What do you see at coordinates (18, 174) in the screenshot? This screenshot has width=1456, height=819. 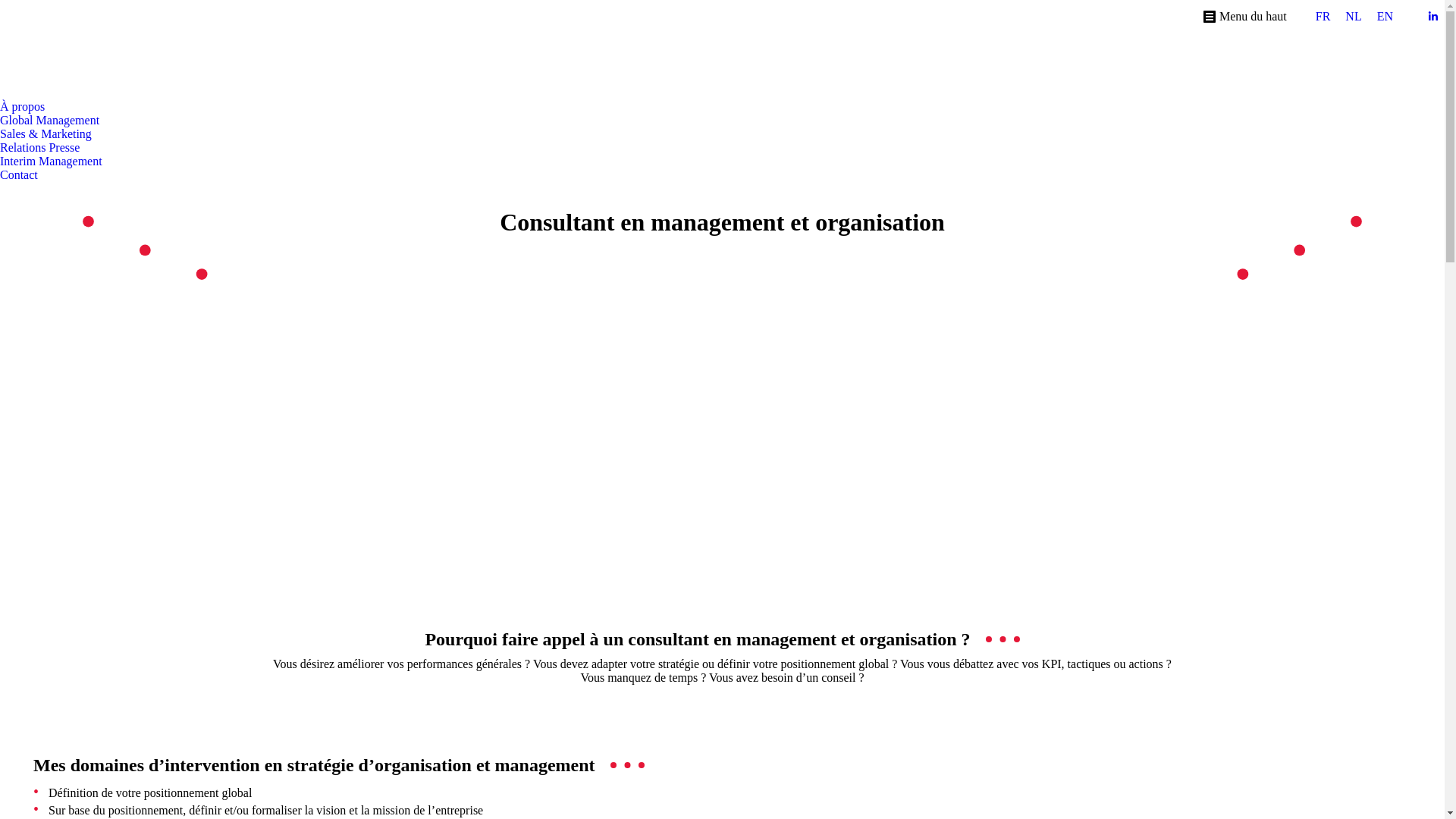 I see `'Contact'` at bounding box center [18, 174].